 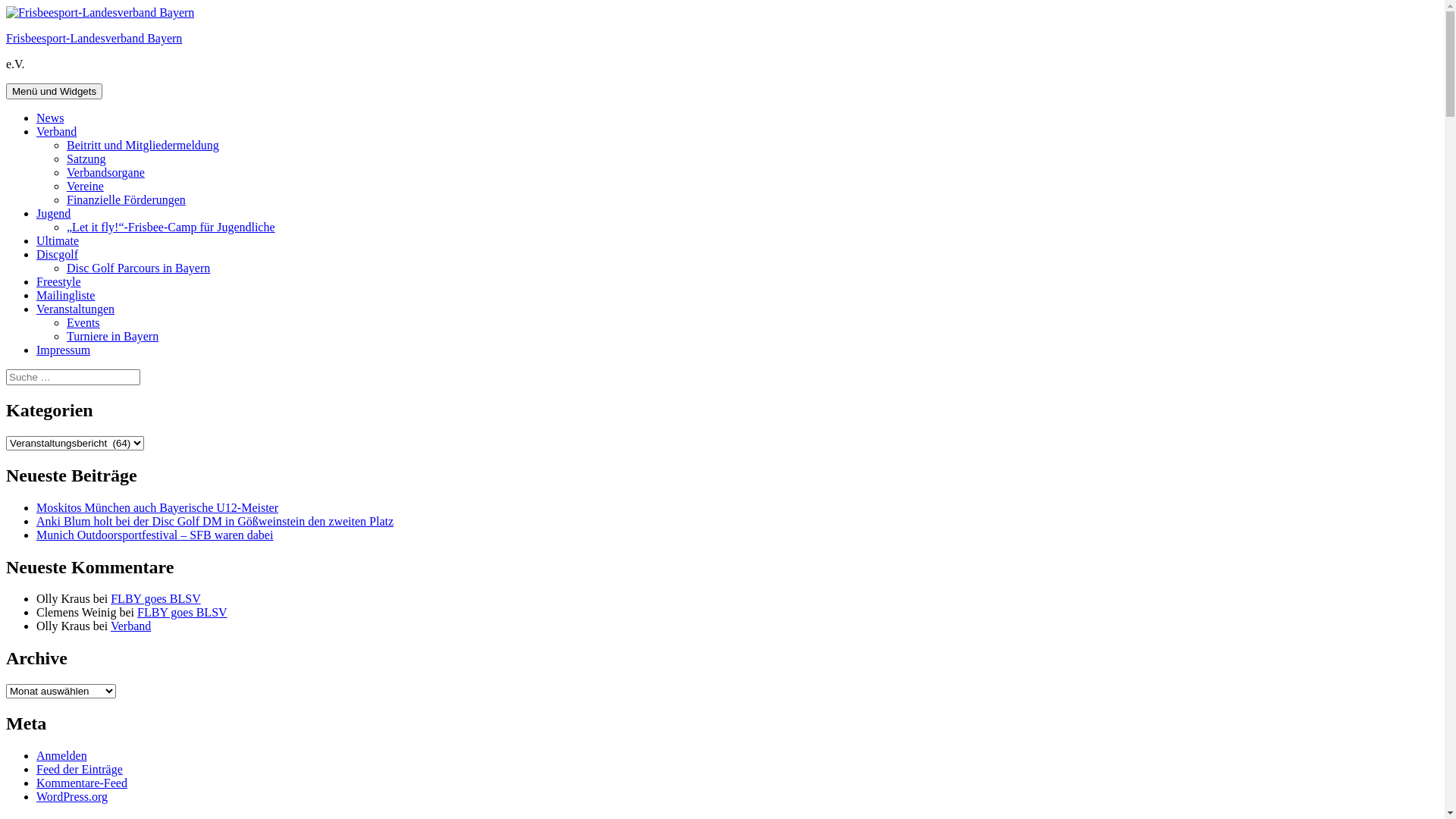 What do you see at coordinates (56, 130) in the screenshot?
I see `'Verband'` at bounding box center [56, 130].